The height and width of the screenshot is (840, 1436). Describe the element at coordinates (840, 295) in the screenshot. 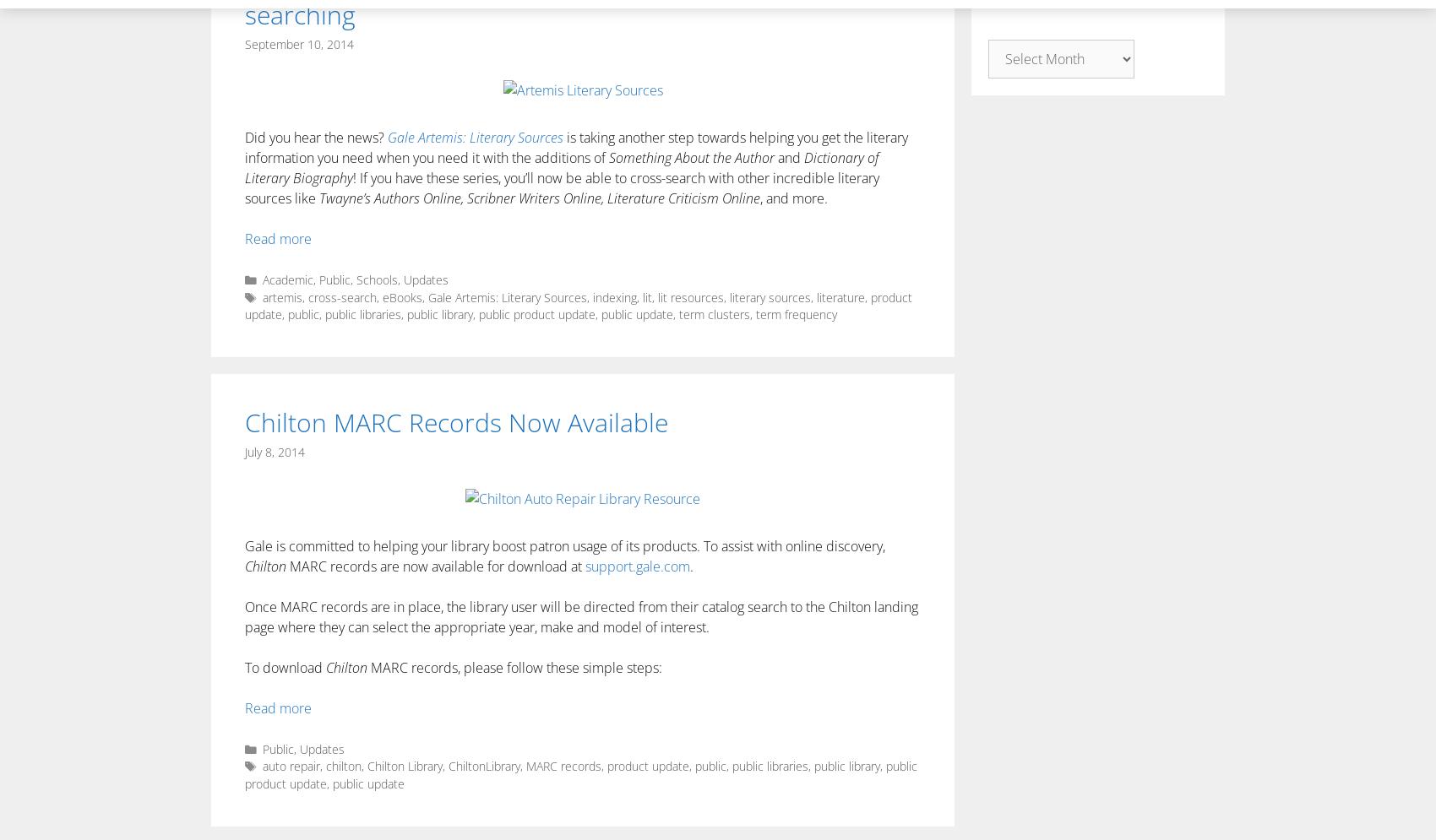

I see `'literature'` at that location.